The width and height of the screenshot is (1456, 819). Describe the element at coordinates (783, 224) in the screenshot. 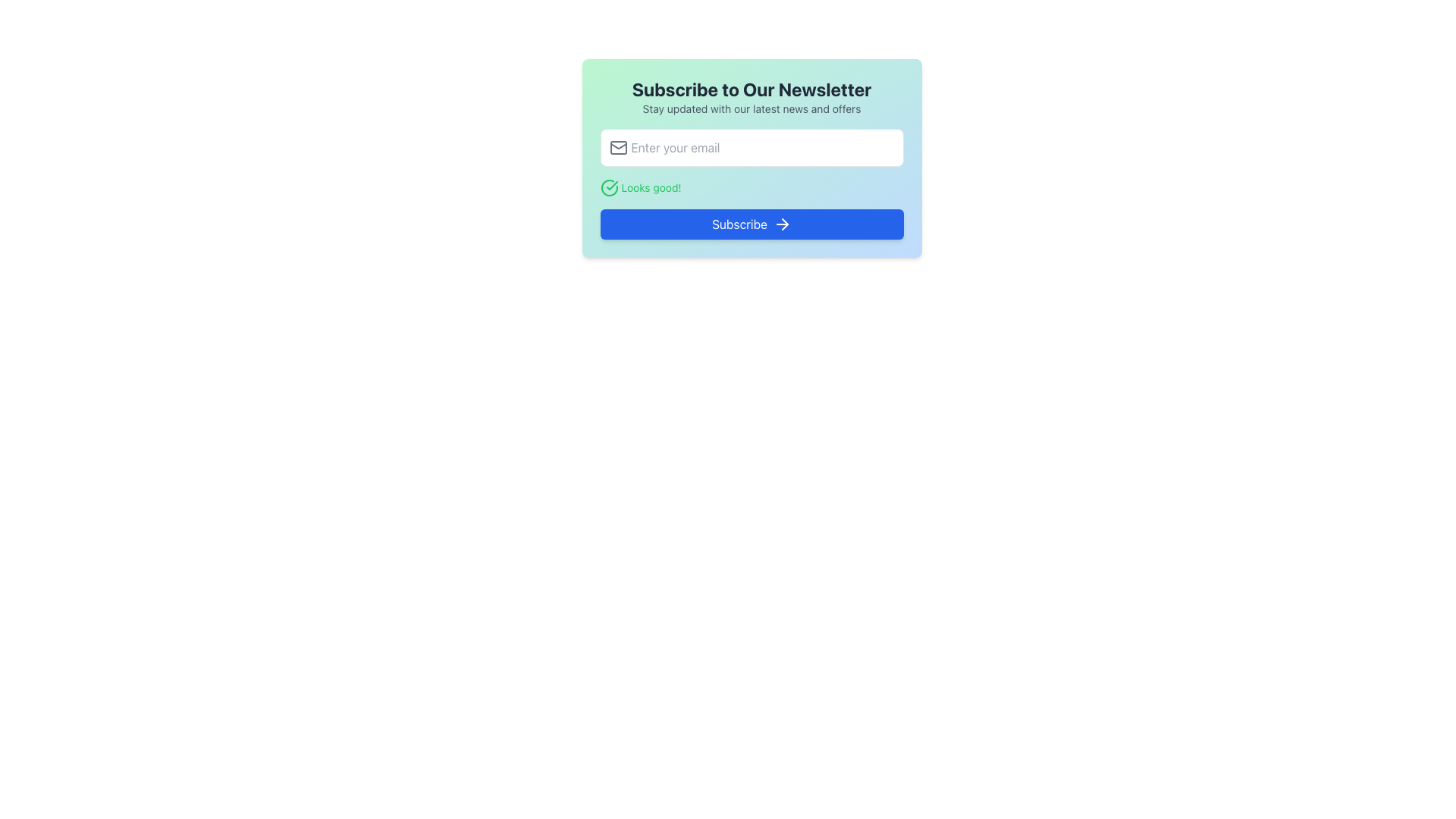

I see `the arrow icon on the right edge of the blue 'Subscribe' button` at that location.